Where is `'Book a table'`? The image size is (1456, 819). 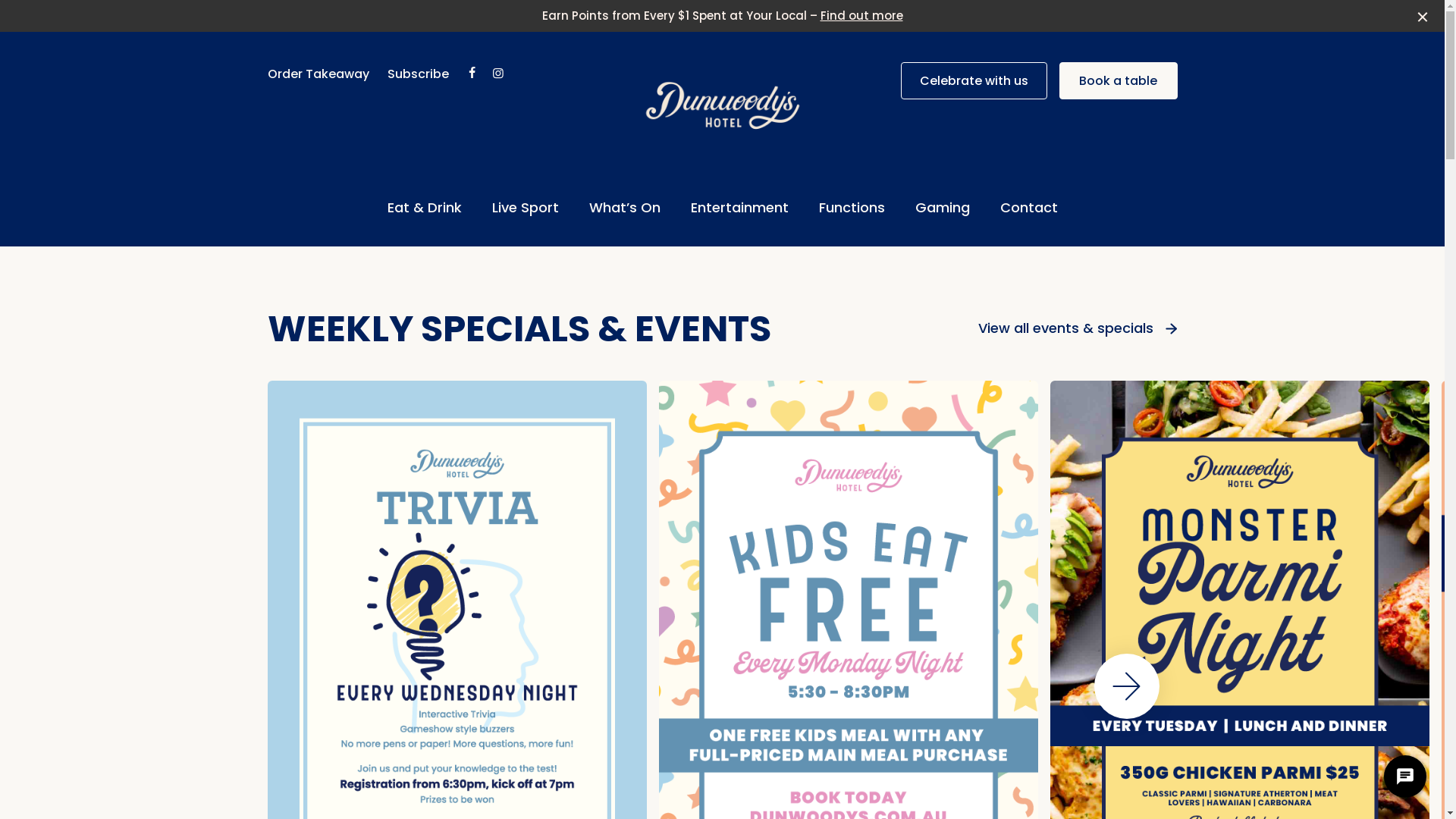 'Book a table' is located at coordinates (1117, 80).